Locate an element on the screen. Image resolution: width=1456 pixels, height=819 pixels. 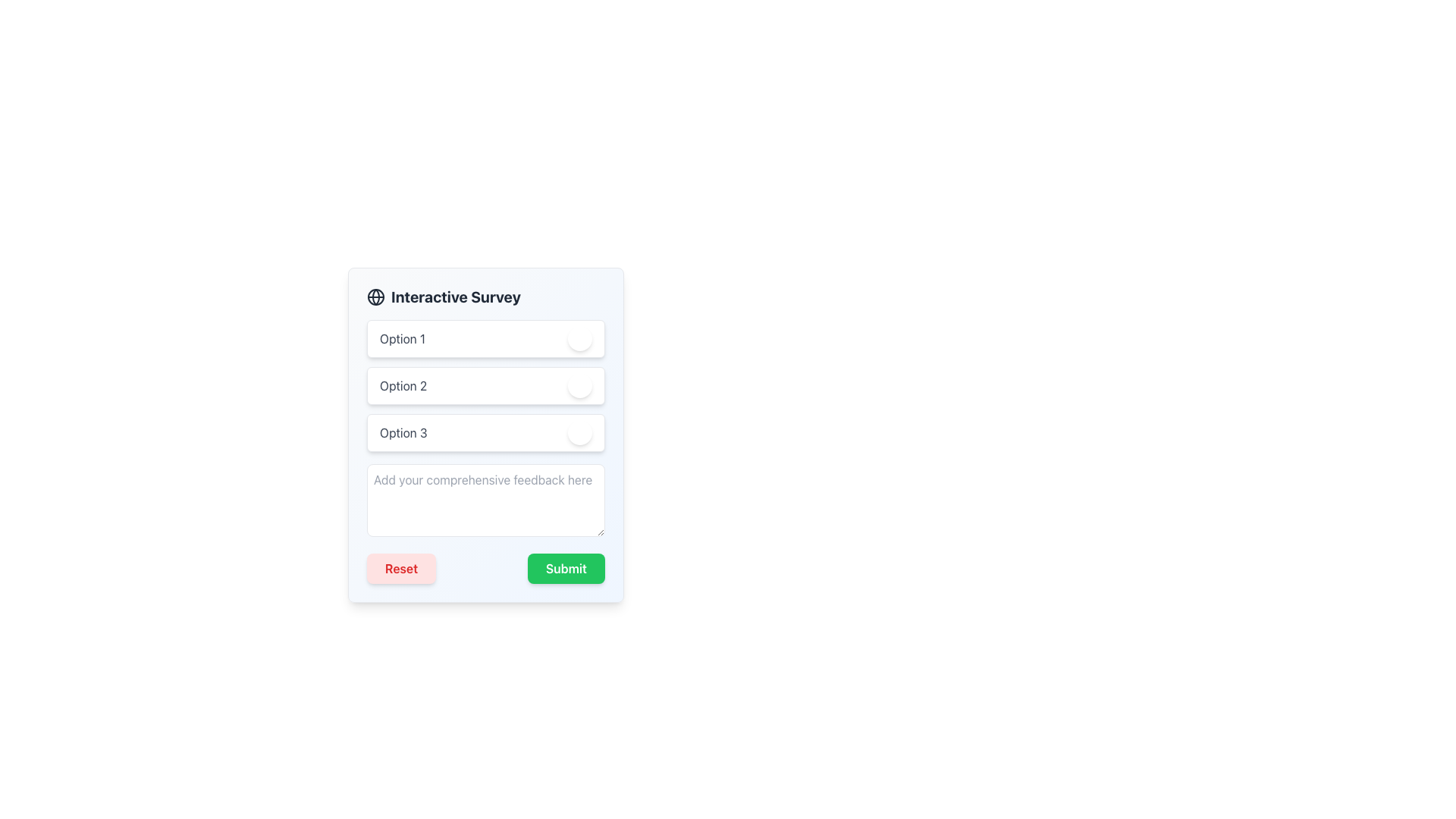
the circular toggle button located to the right of the 'Option 2' label for keyboard interaction is located at coordinates (579, 385).